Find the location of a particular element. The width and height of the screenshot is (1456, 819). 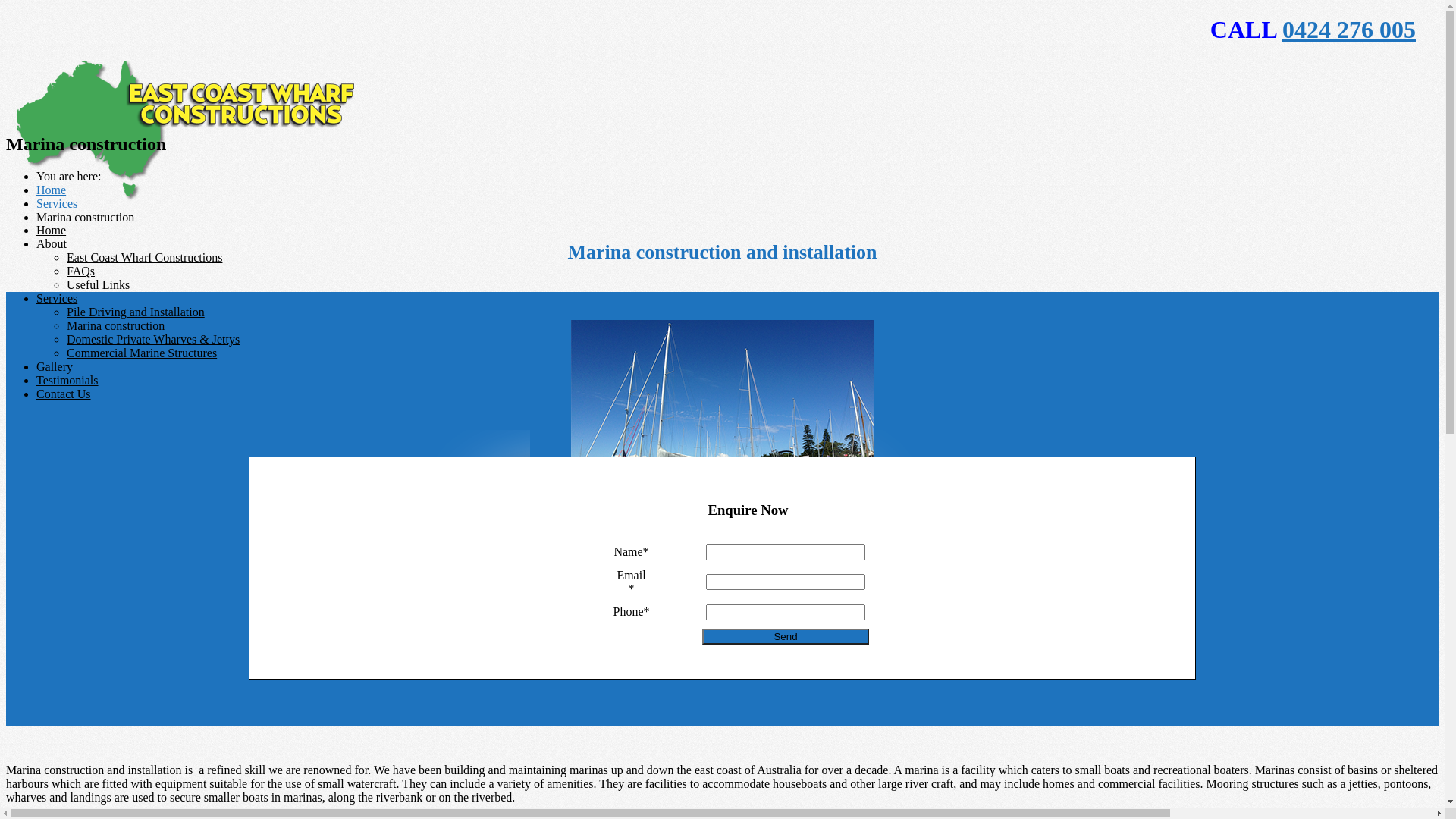

'Gallery' is located at coordinates (55, 366).